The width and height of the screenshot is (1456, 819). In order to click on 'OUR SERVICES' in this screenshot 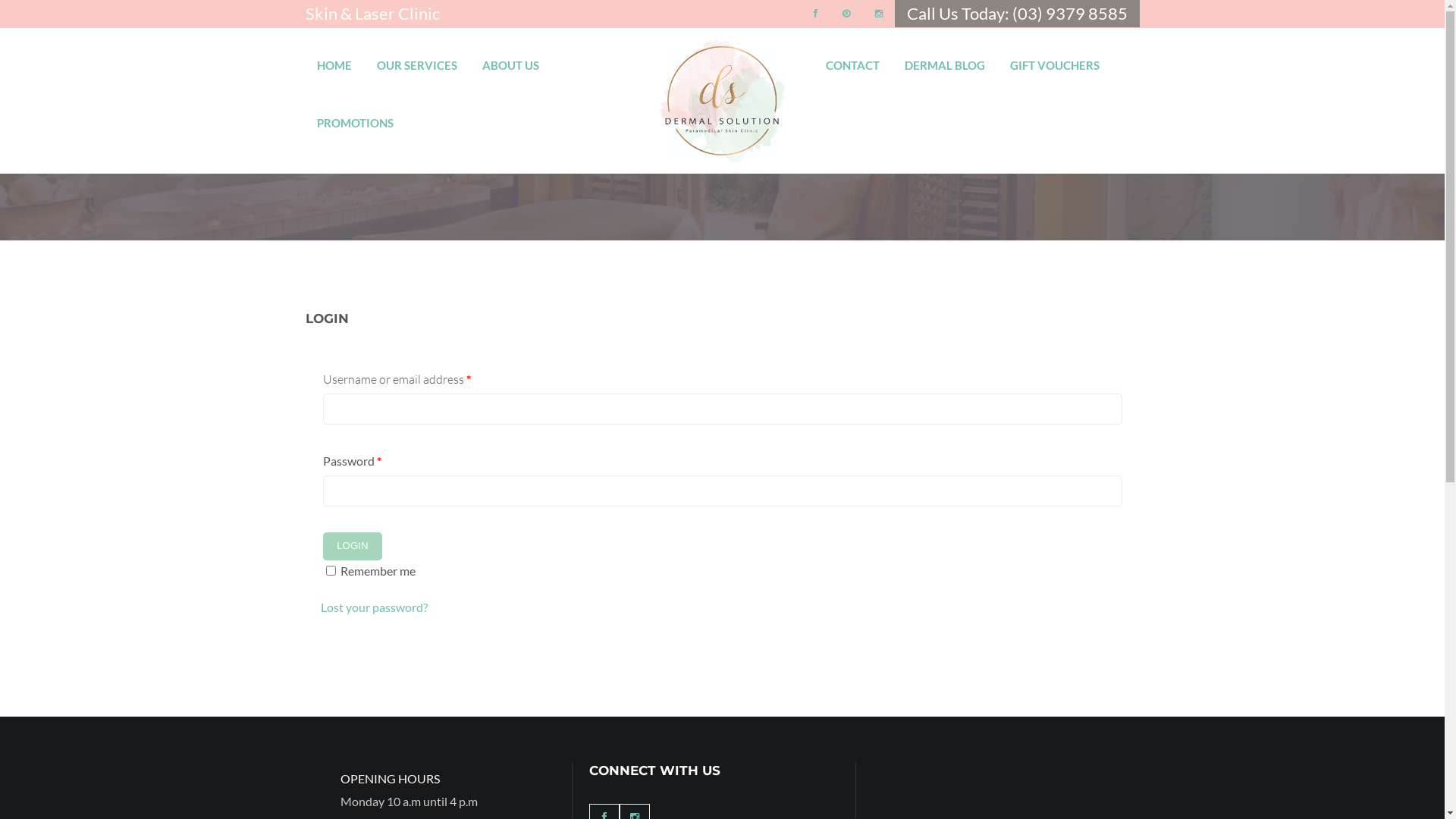, I will do `click(416, 58)`.